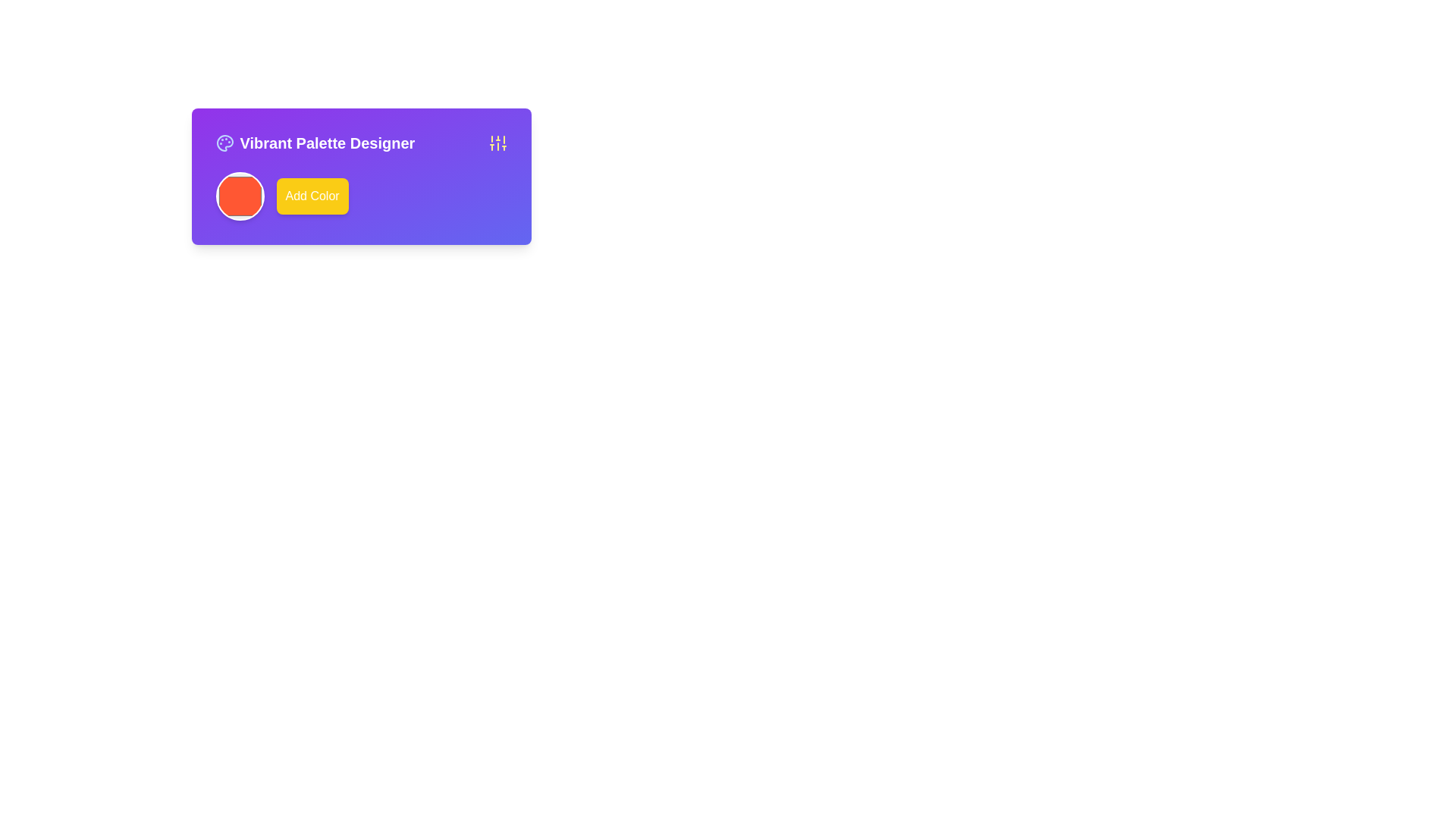 The height and width of the screenshot is (819, 1456). I want to click on the button located in the center-right area of the 'Vibrant Palette Designer' purple card, so click(360, 195).